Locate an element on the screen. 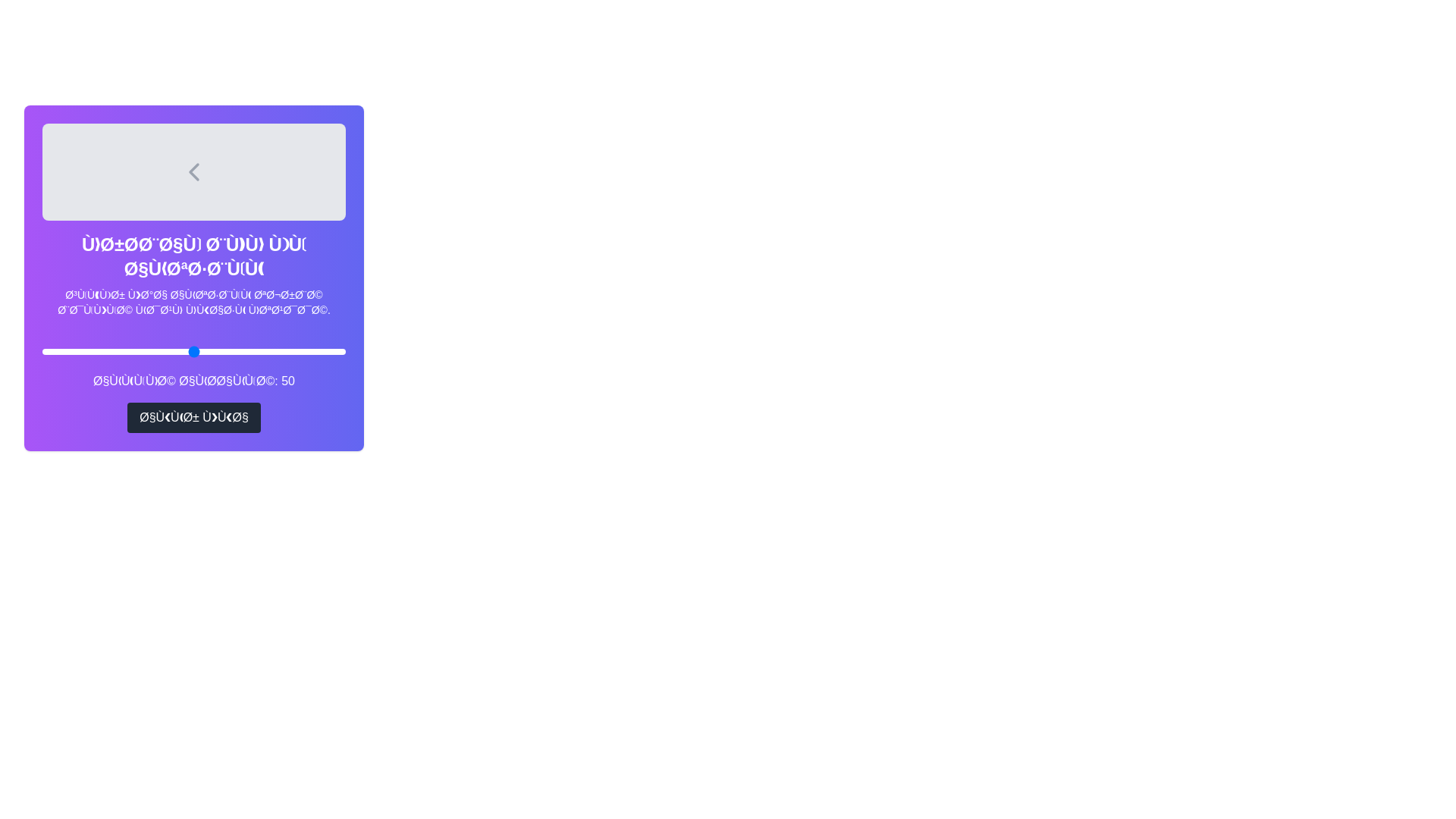 The width and height of the screenshot is (1456, 819). the slider value is located at coordinates (102, 351).